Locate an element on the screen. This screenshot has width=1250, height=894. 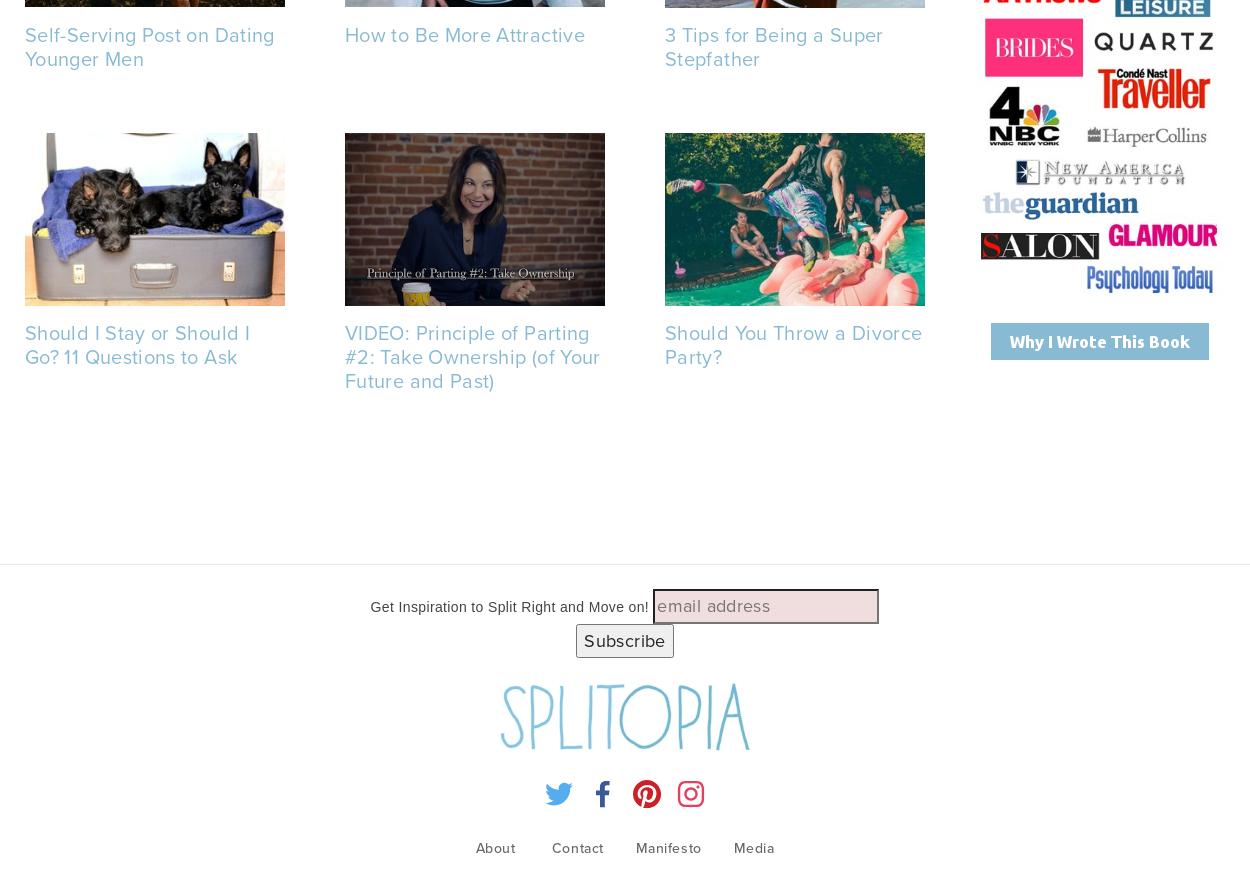
'VIDEO: Principle of Parting #2: Take Ownership (of Your Future and Past)' is located at coordinates (471, 354).